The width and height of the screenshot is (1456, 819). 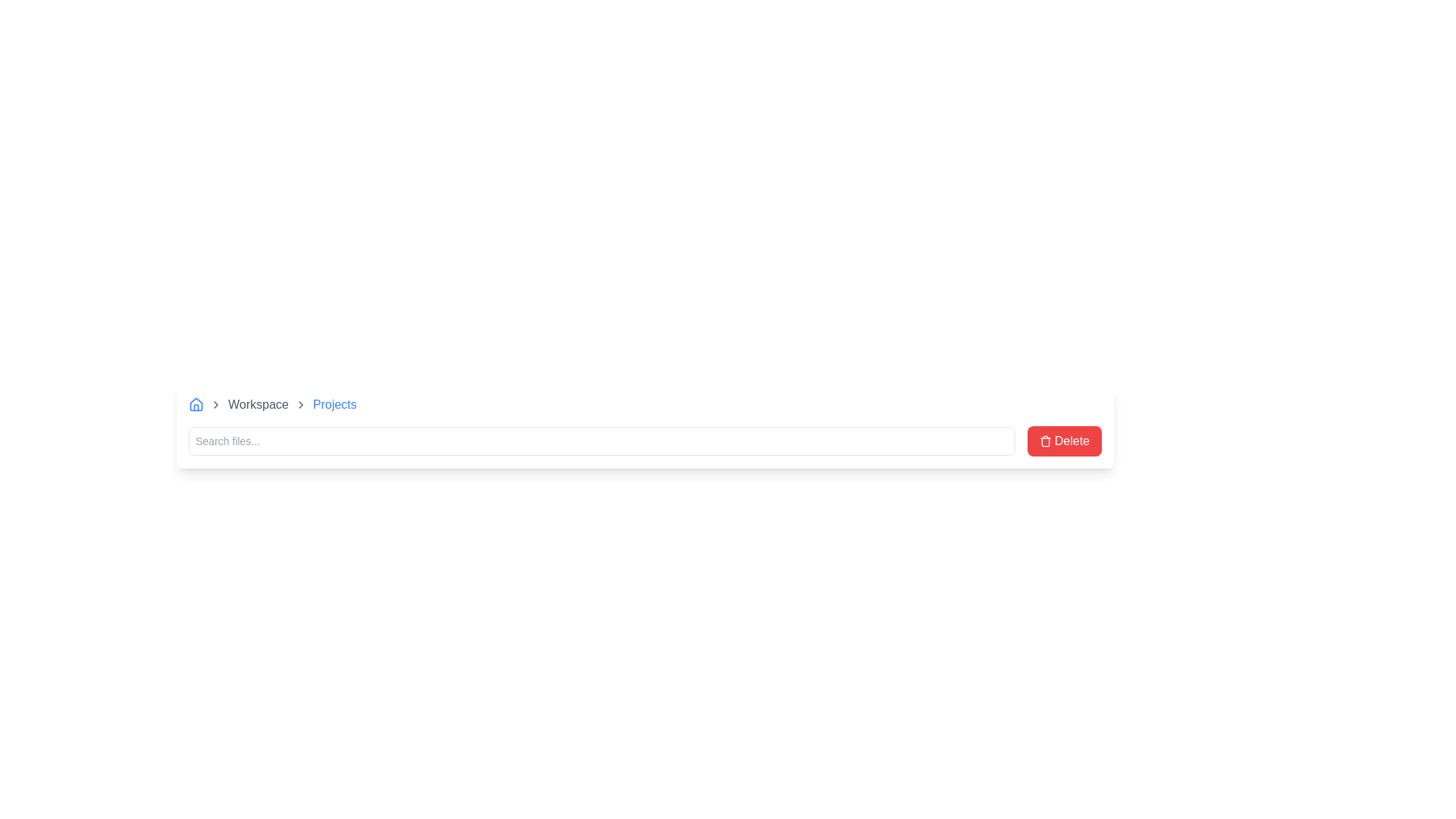 What do you see at coordinates (1044, 441) in the screenshot?
I see `the trash can icon within the red 'Delete' button located at the far right of the interface` at bounding box center [1044, 441].